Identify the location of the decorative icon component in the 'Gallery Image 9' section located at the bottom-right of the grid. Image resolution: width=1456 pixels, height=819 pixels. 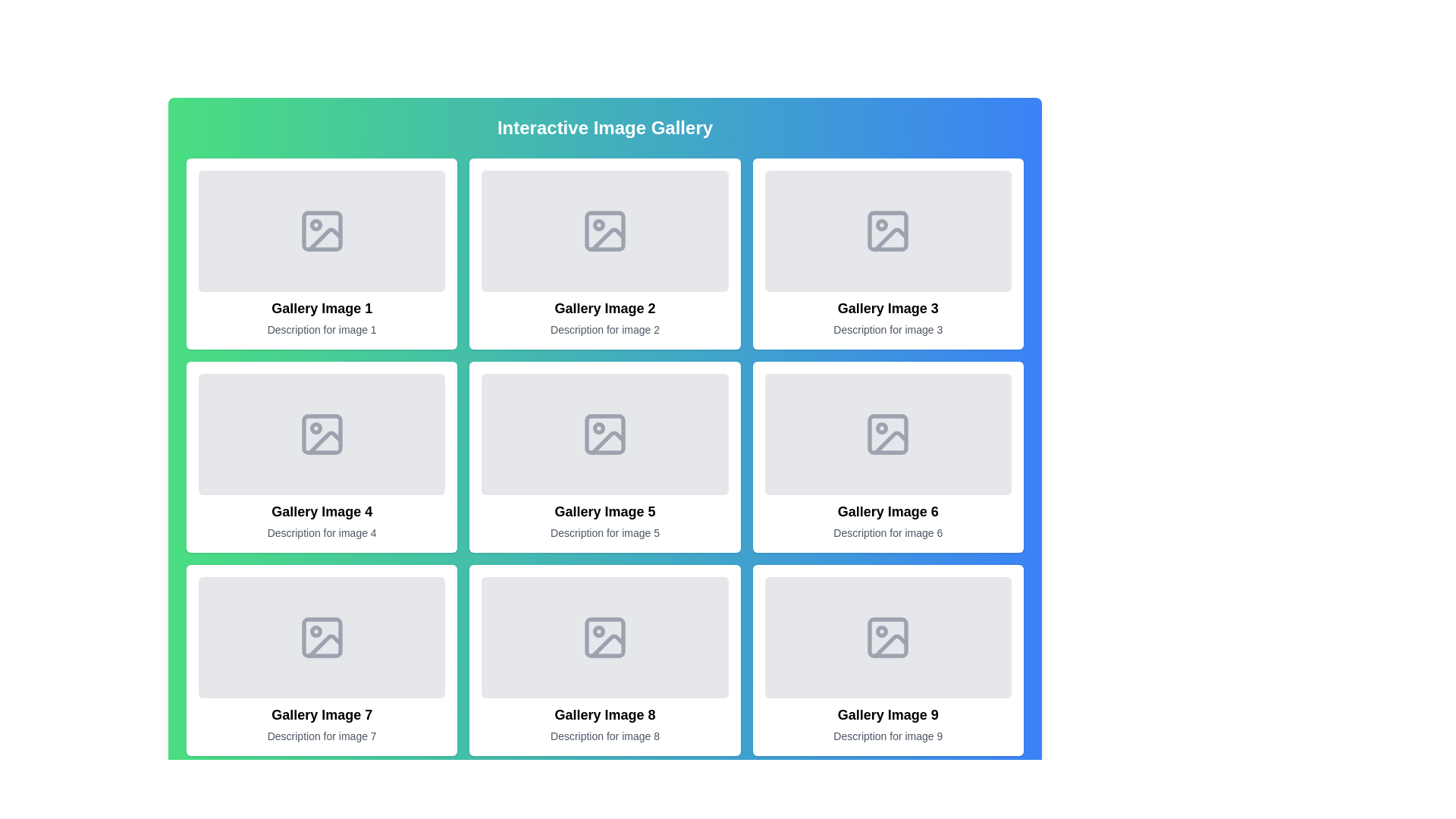
(888, 637).